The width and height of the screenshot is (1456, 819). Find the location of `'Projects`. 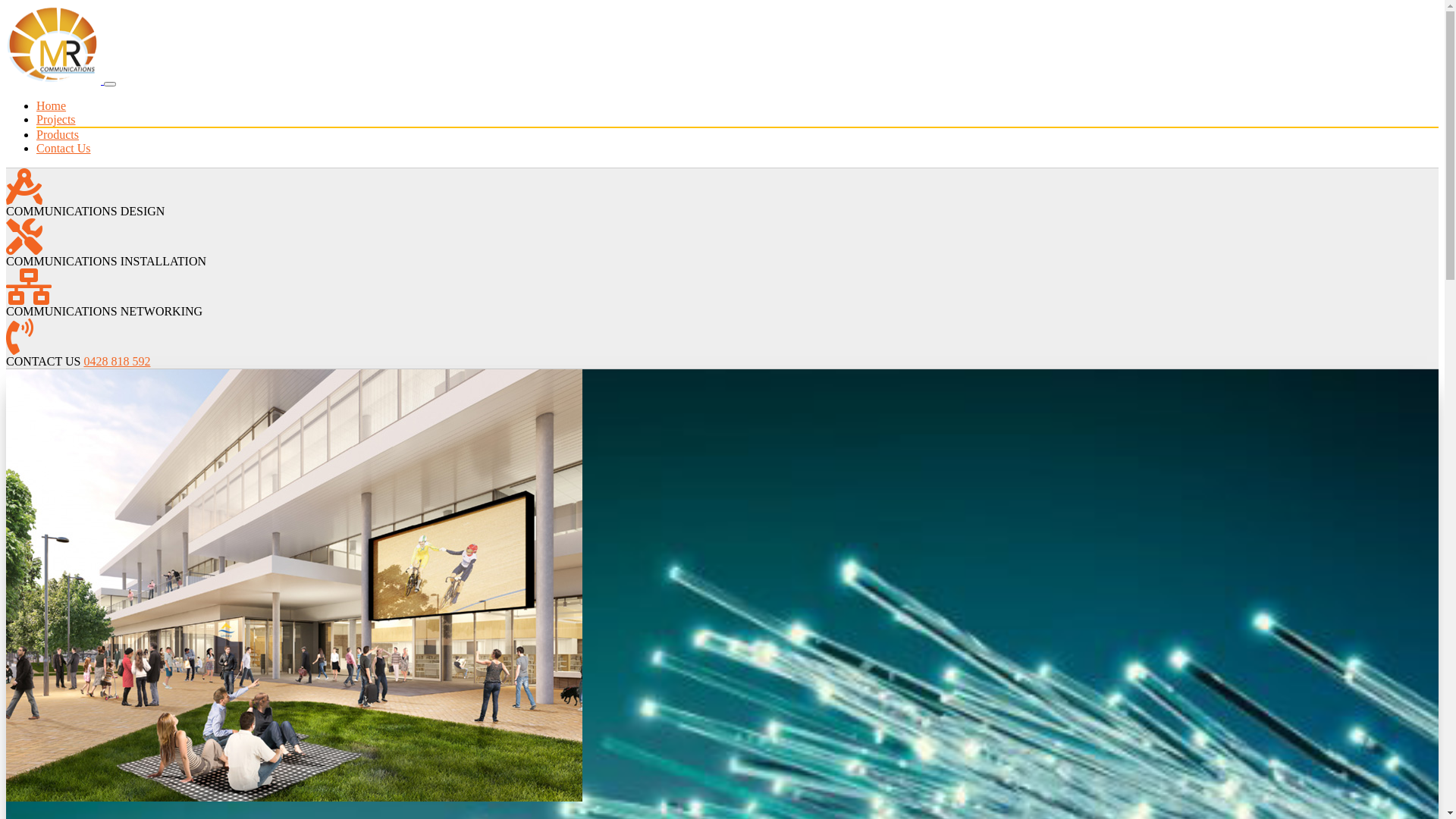

'Projects is located at coordinates (55, 118).